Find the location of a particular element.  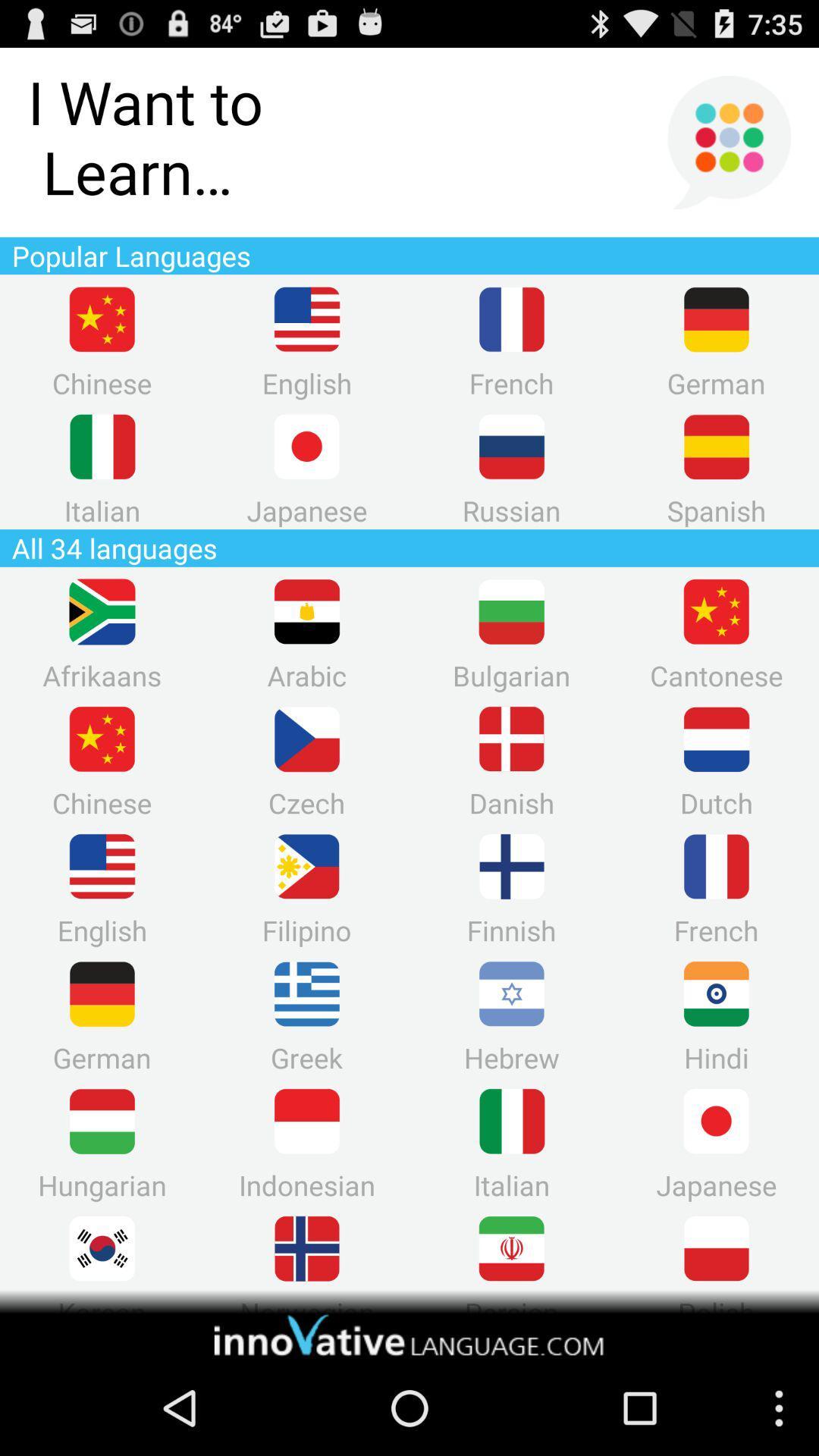

the delete icon is located at coordinates (717, 1336).